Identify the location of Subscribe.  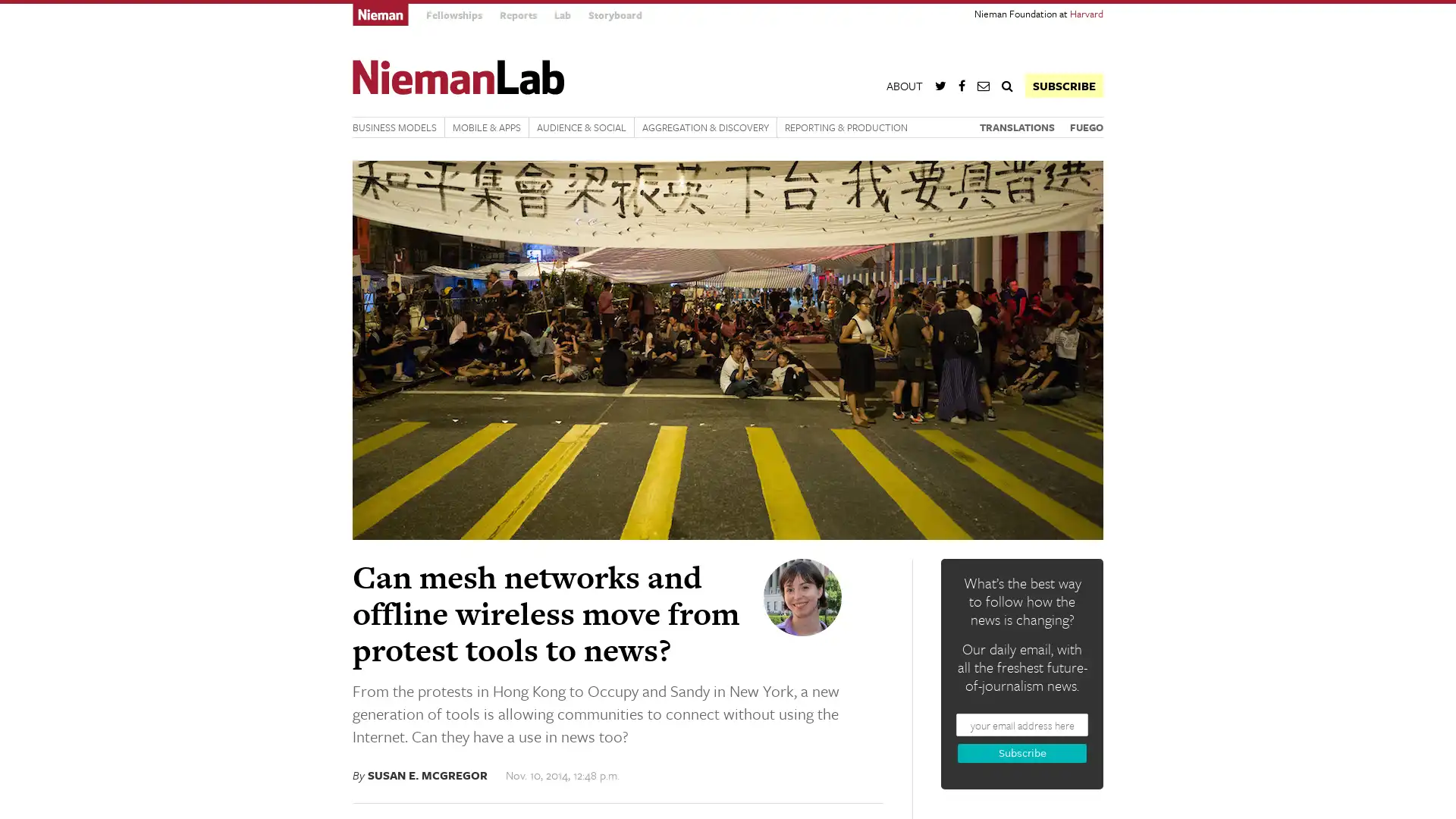
(1022, 753).